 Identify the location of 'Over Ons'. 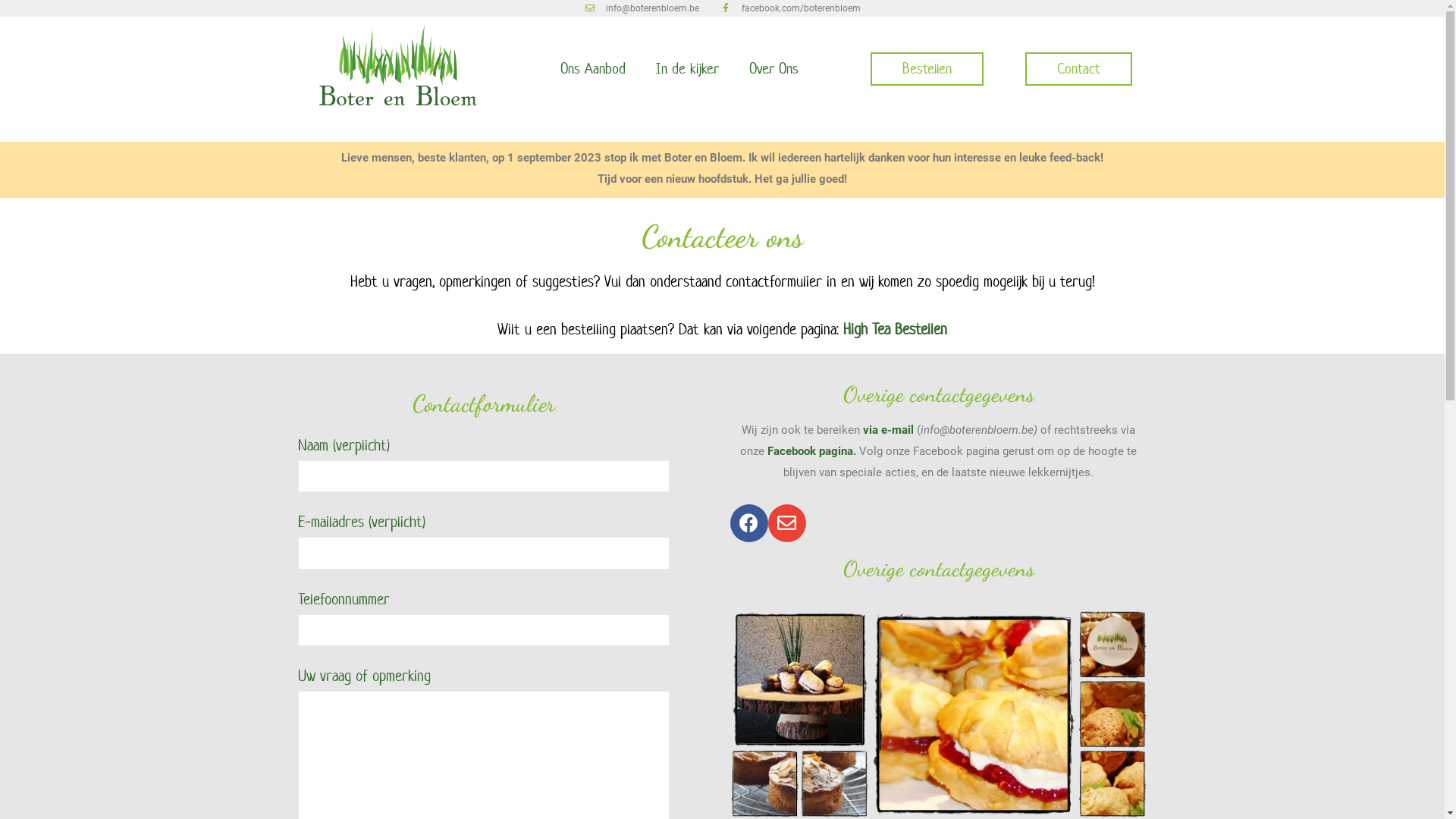
(773, 69).